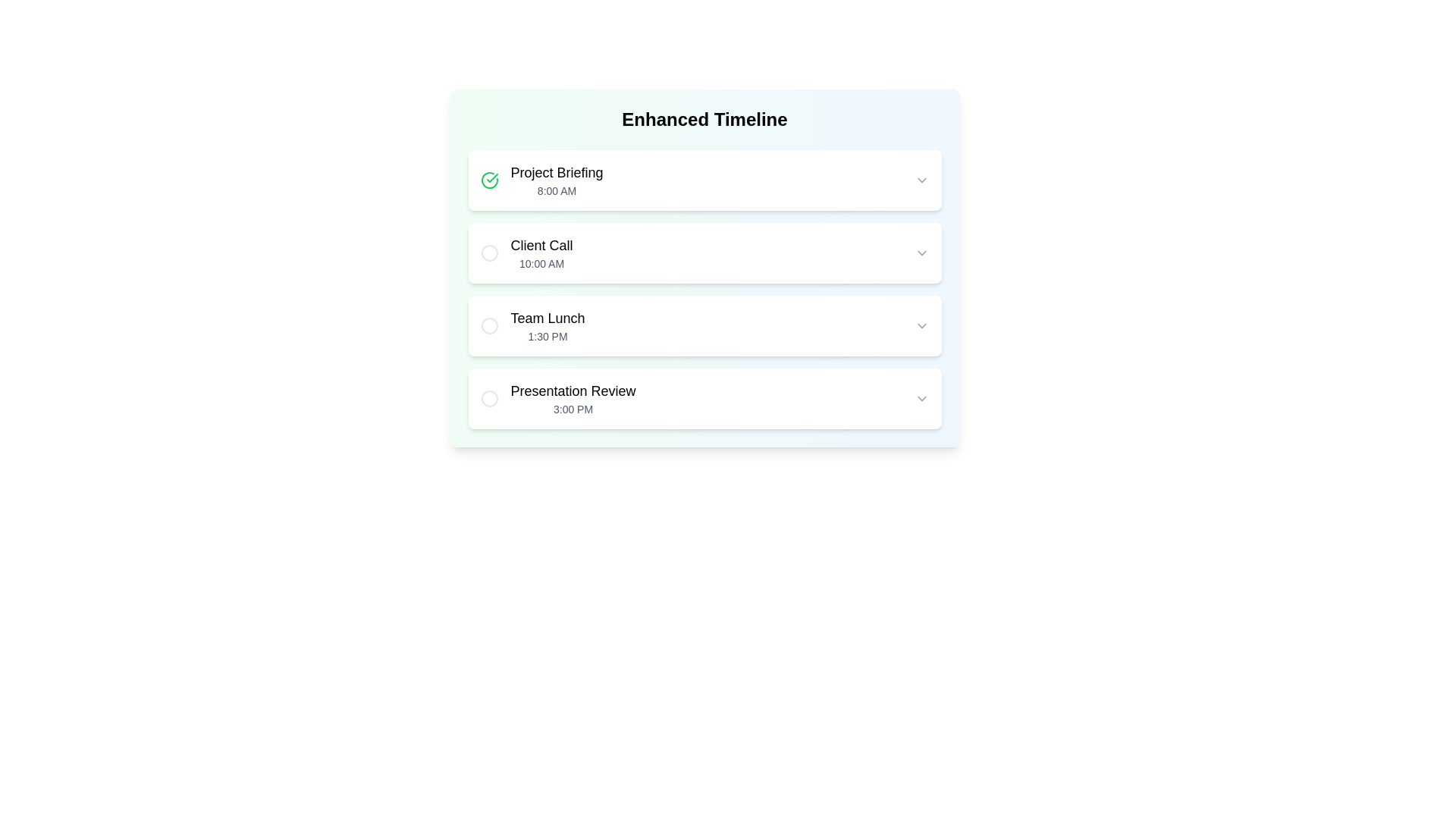 Image resolution: width=1456 pixels, height=819 pixels. I want to click on the third timeline entry labeled 'Team Lunch', so click(532, 325).